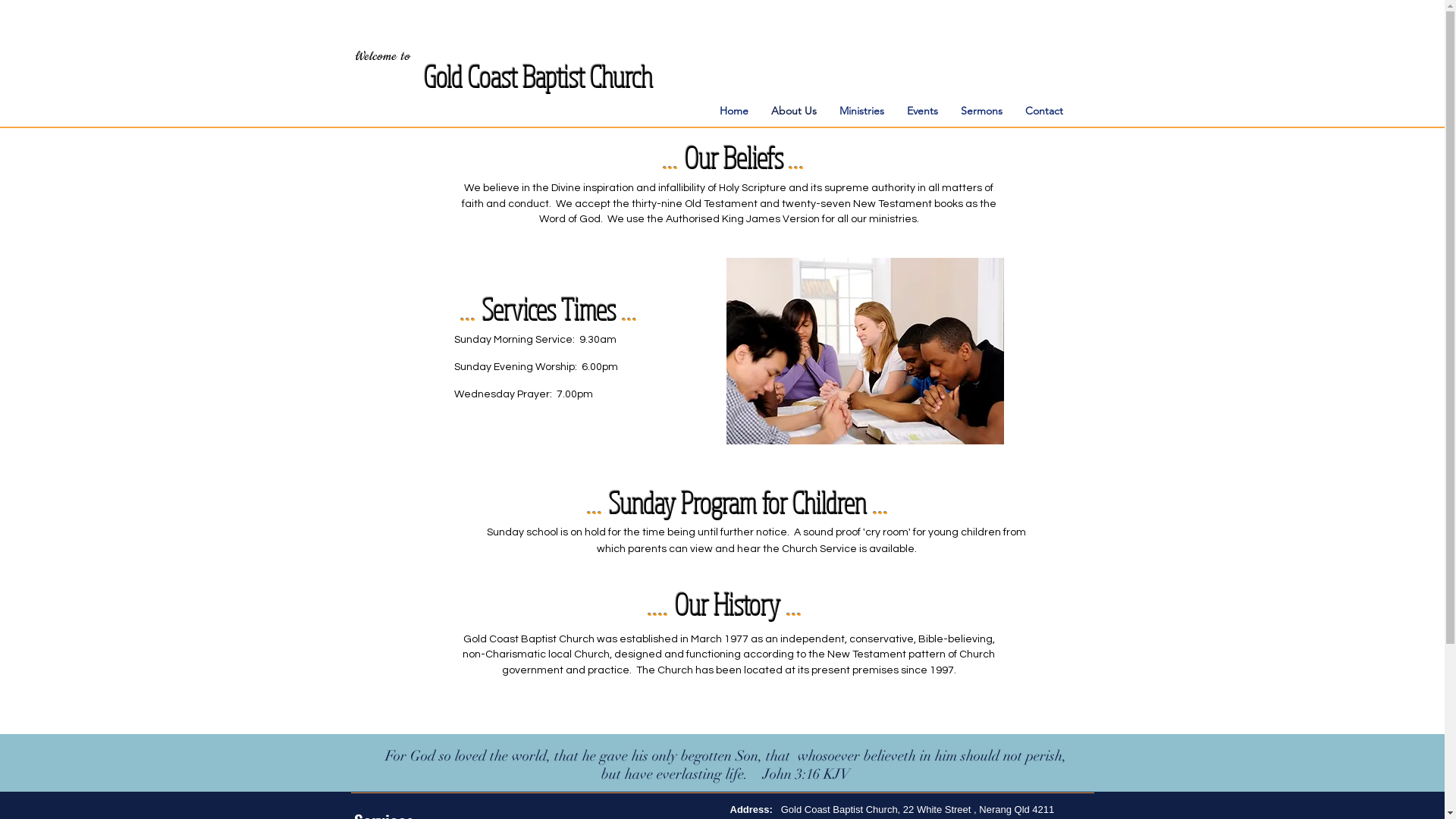  What do you see at coordinates (792, 110) in the screenshot?
I see `'About Us'` at bounding box center [792, 110].